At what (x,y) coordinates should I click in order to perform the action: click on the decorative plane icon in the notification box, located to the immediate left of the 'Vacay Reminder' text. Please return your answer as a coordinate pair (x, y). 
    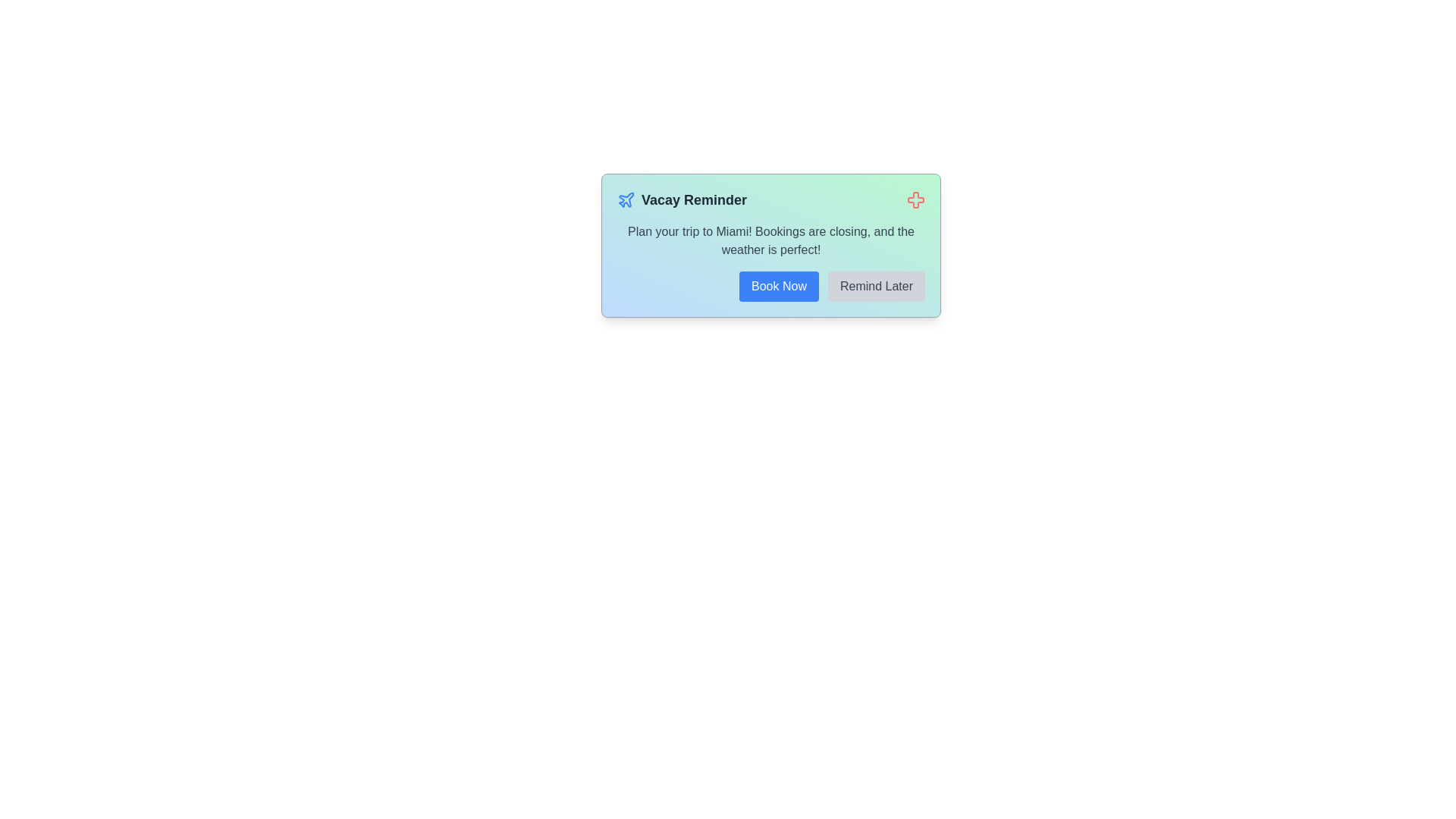
    Looking at the image, I should click on (626, 199).